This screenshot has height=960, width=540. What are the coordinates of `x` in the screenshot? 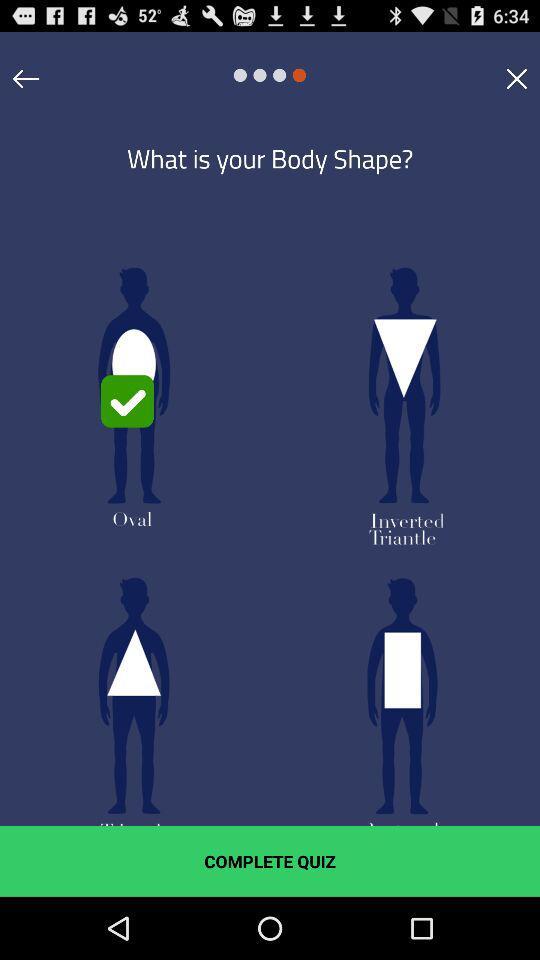 It's located at (516, 78).